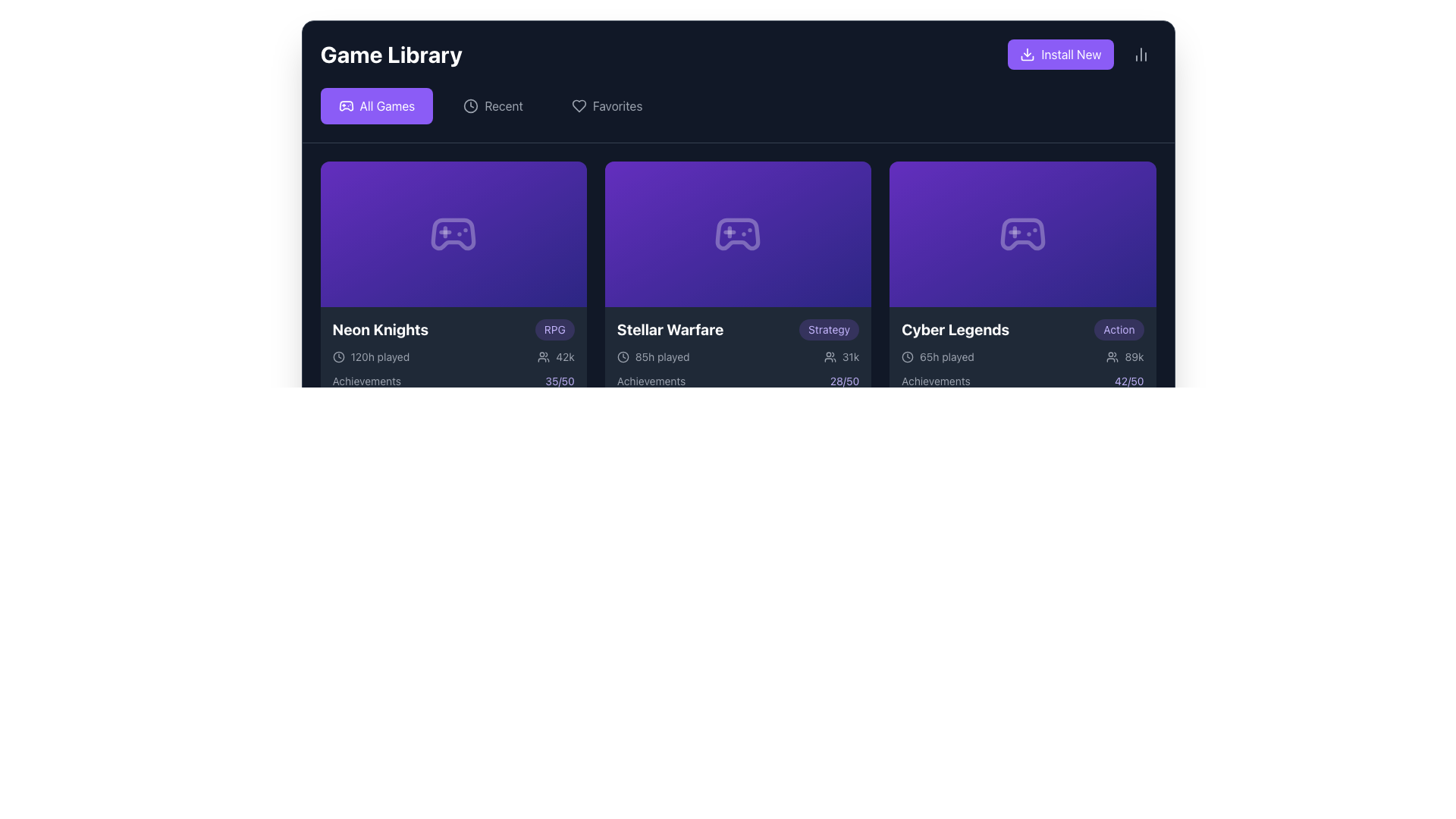 The image size is (1456, 819). I want to click on the label indicating earned achievements located in the bottom header of the 'Cyber Legends' card, positioned under '65h played' and near '42/50' achievements ratio, so click(935, 380).